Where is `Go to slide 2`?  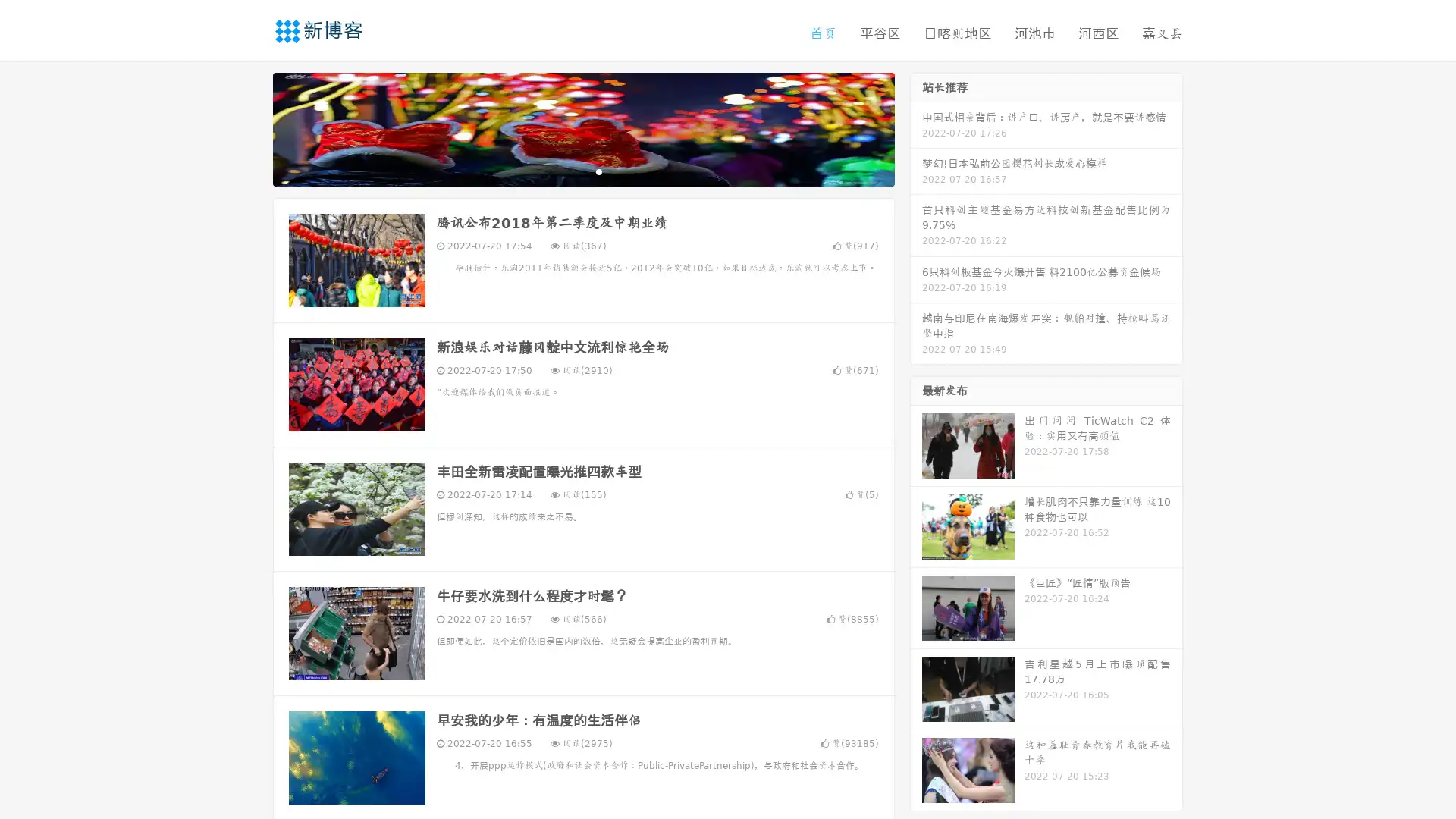 Go to slide 2 is located at coordinates (582, 171).